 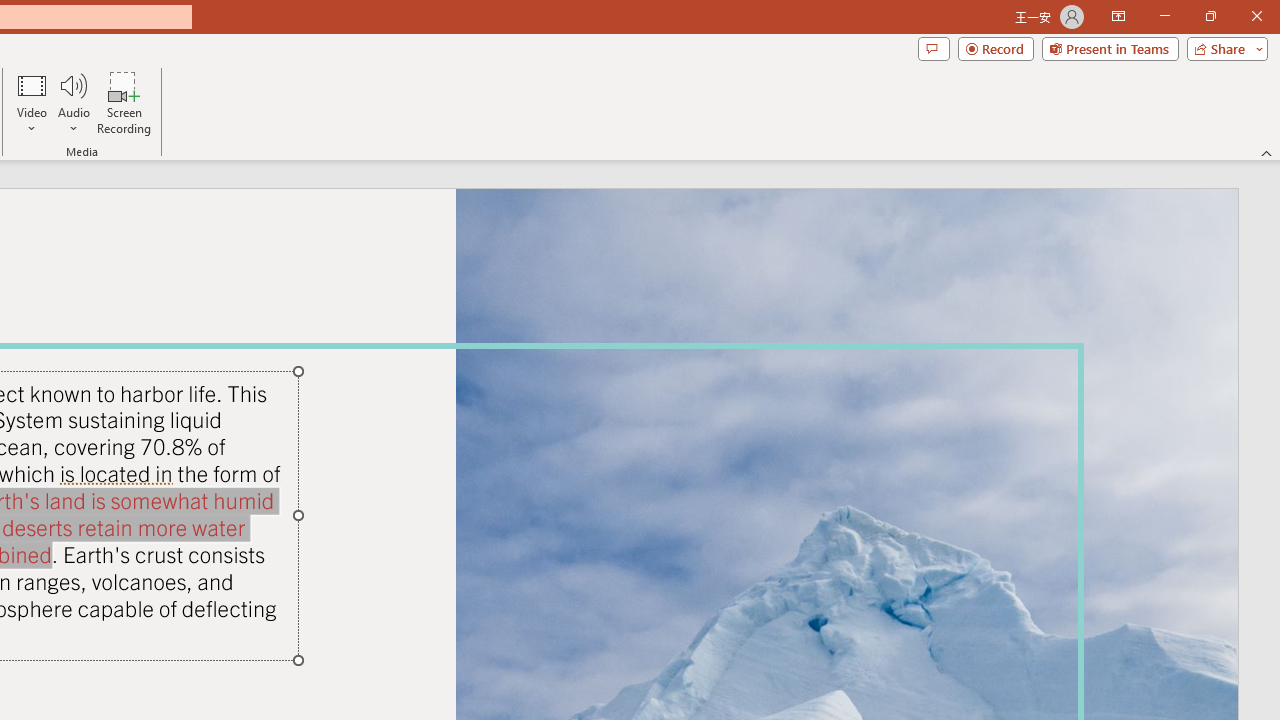 I want to click on 'Screen Recording...', so click(x=123, y=103).